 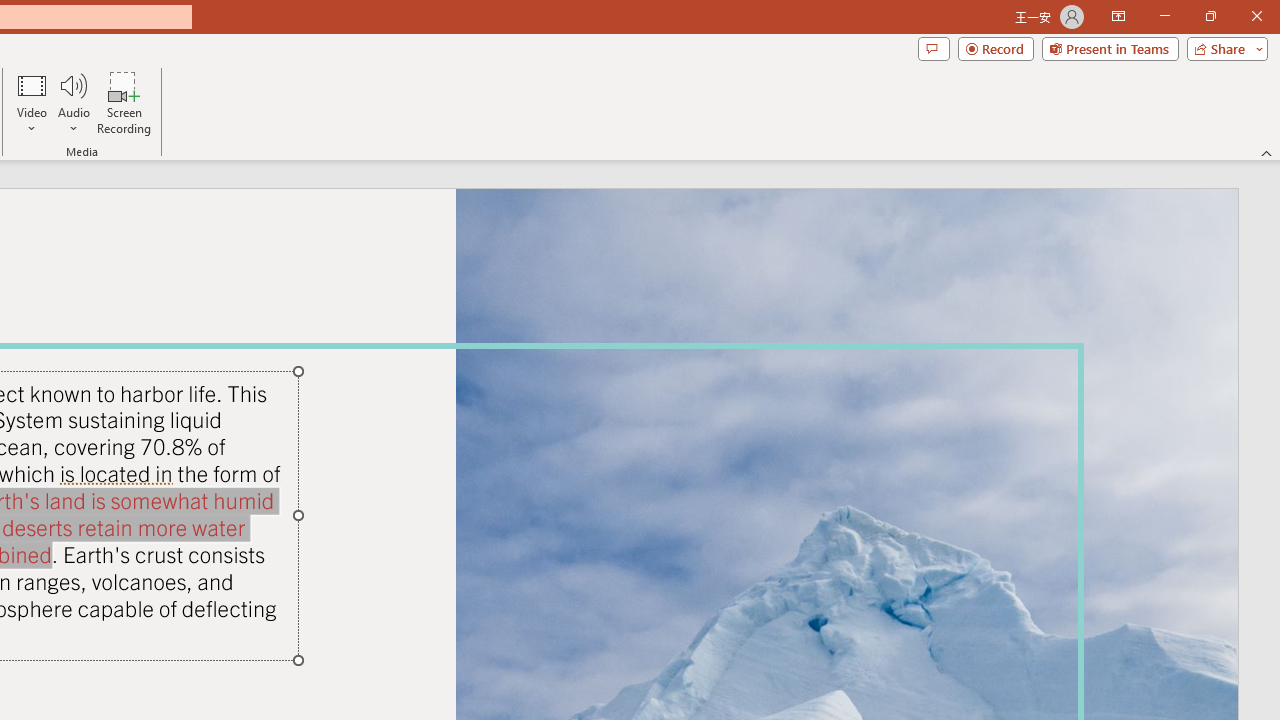 I want to click on 'Screen Recording...', so click(x=123, y=103).